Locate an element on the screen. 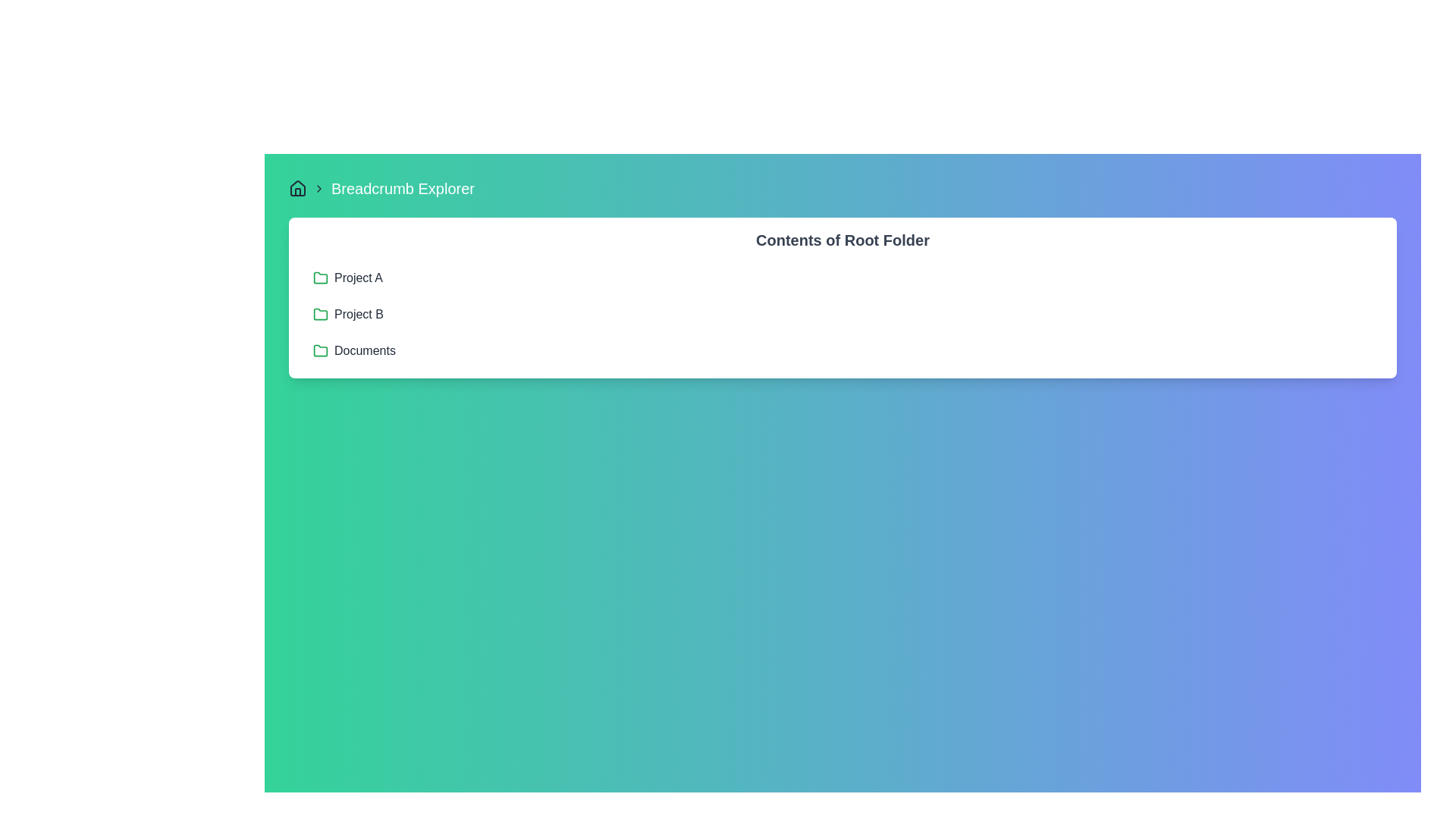  the folder icon representing 'Project A' in the Breadcrumb Explorer list is located at coordinates (319, 278).